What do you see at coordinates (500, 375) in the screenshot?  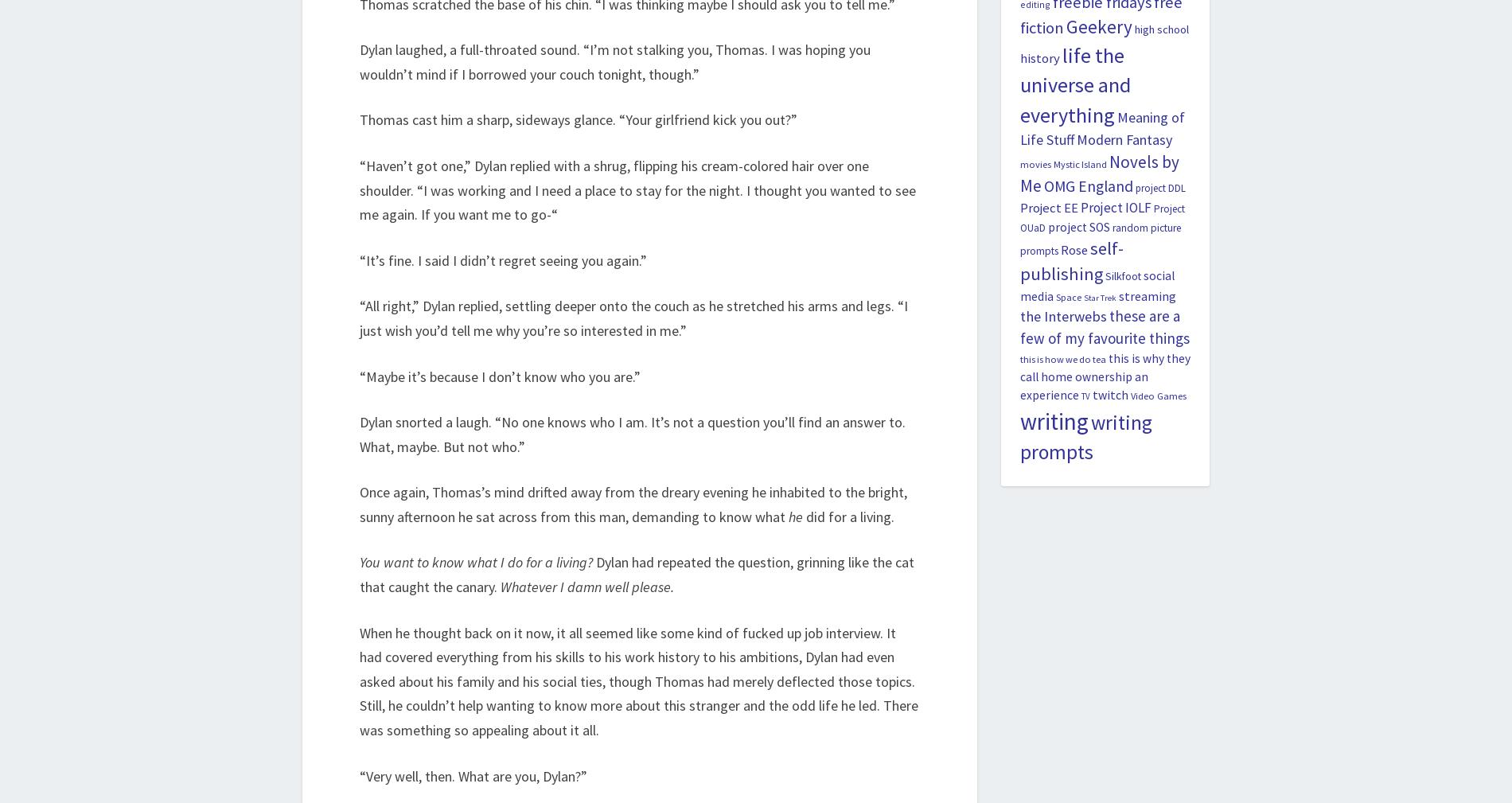 I see `'“Maybe it’s because I don’t know who you are.”'` at bounding box center [500, 375].